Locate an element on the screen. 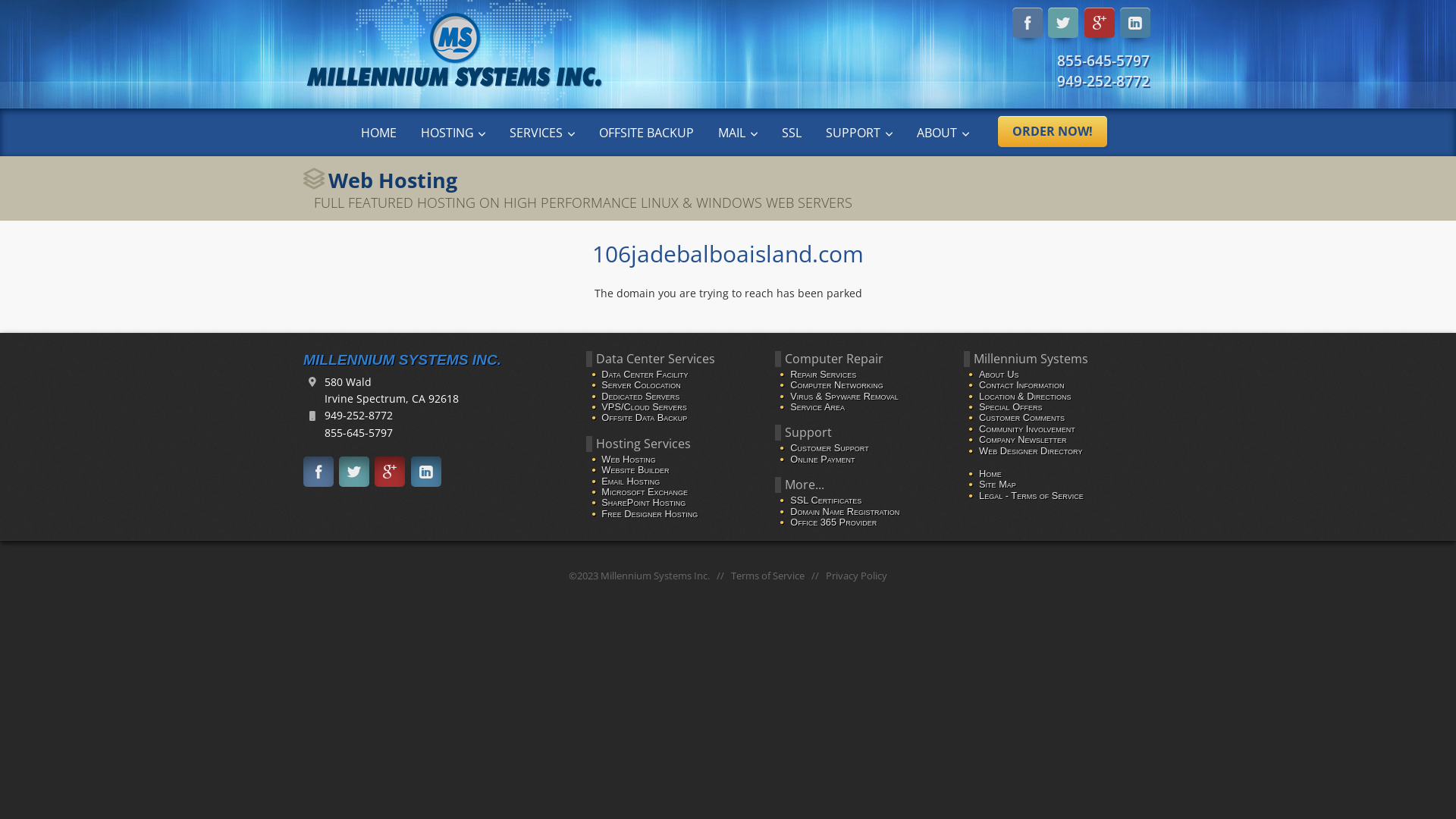 The image size is (1456, 819). 'Virus & Spyware Removal' is located at coordinates (843, 395).